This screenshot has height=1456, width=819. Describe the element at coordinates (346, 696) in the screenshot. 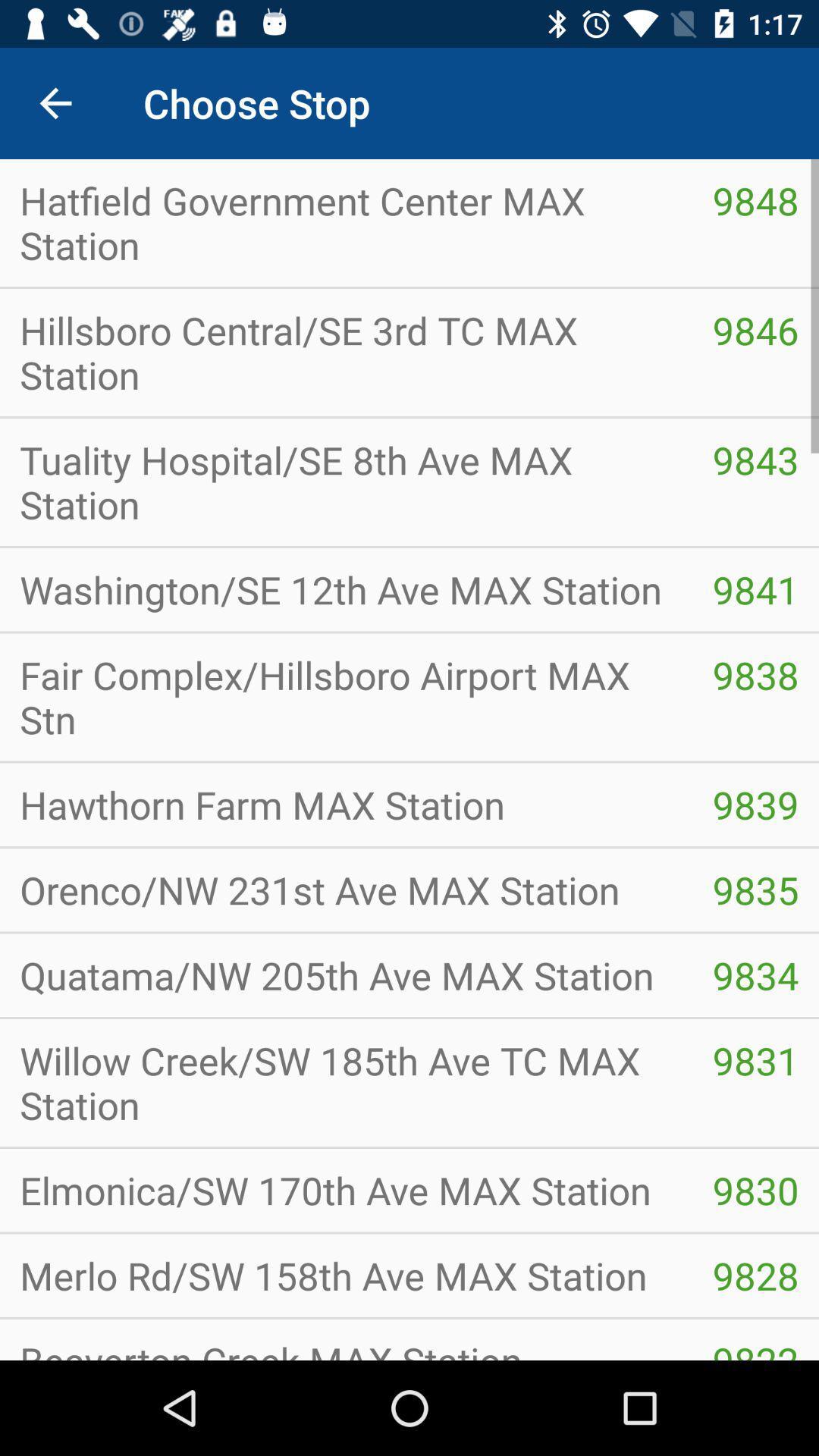

I see `the fair complex hillsboro icon` at that location.